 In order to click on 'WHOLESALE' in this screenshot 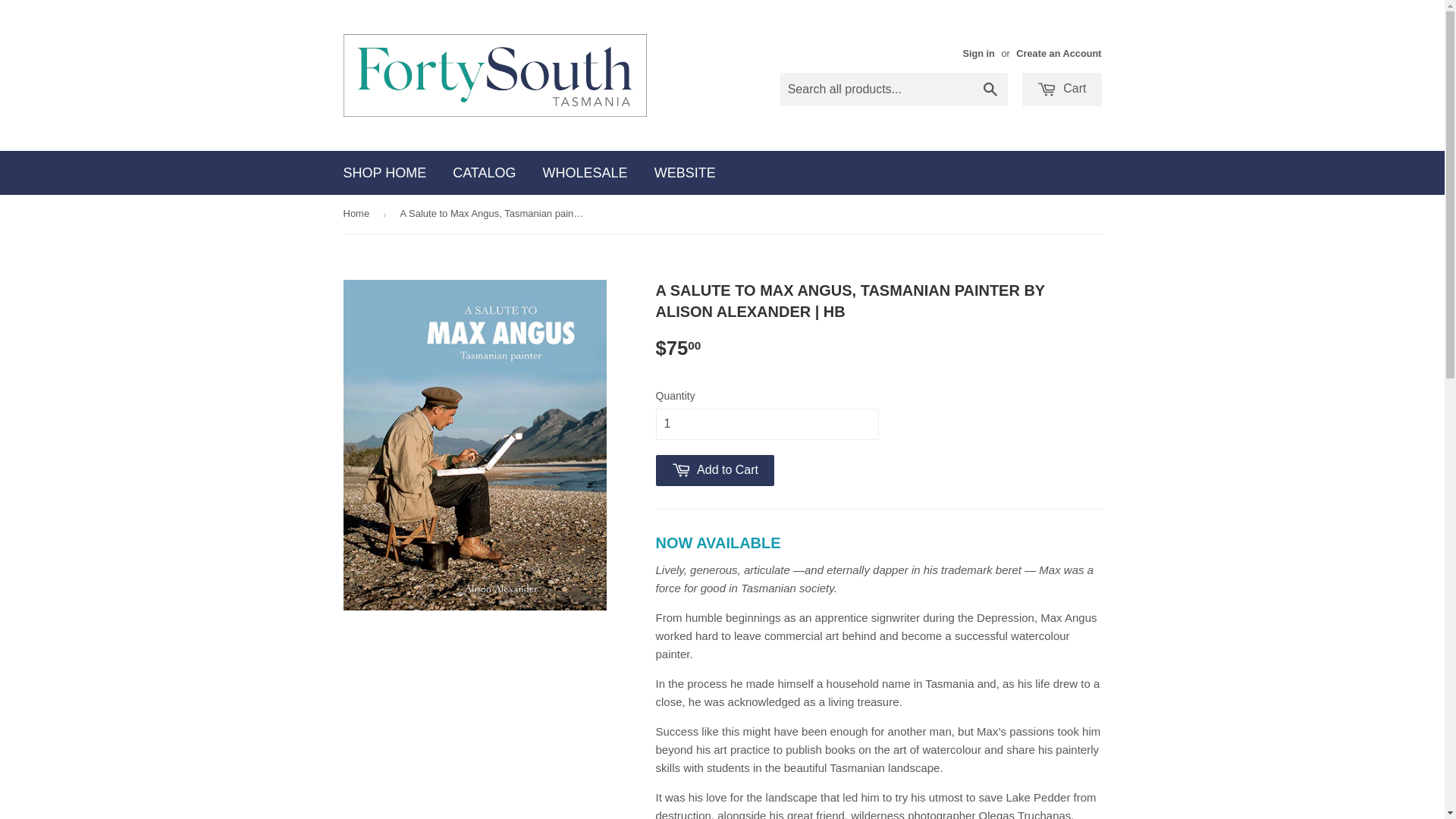, I will do `click(585, 171)`.